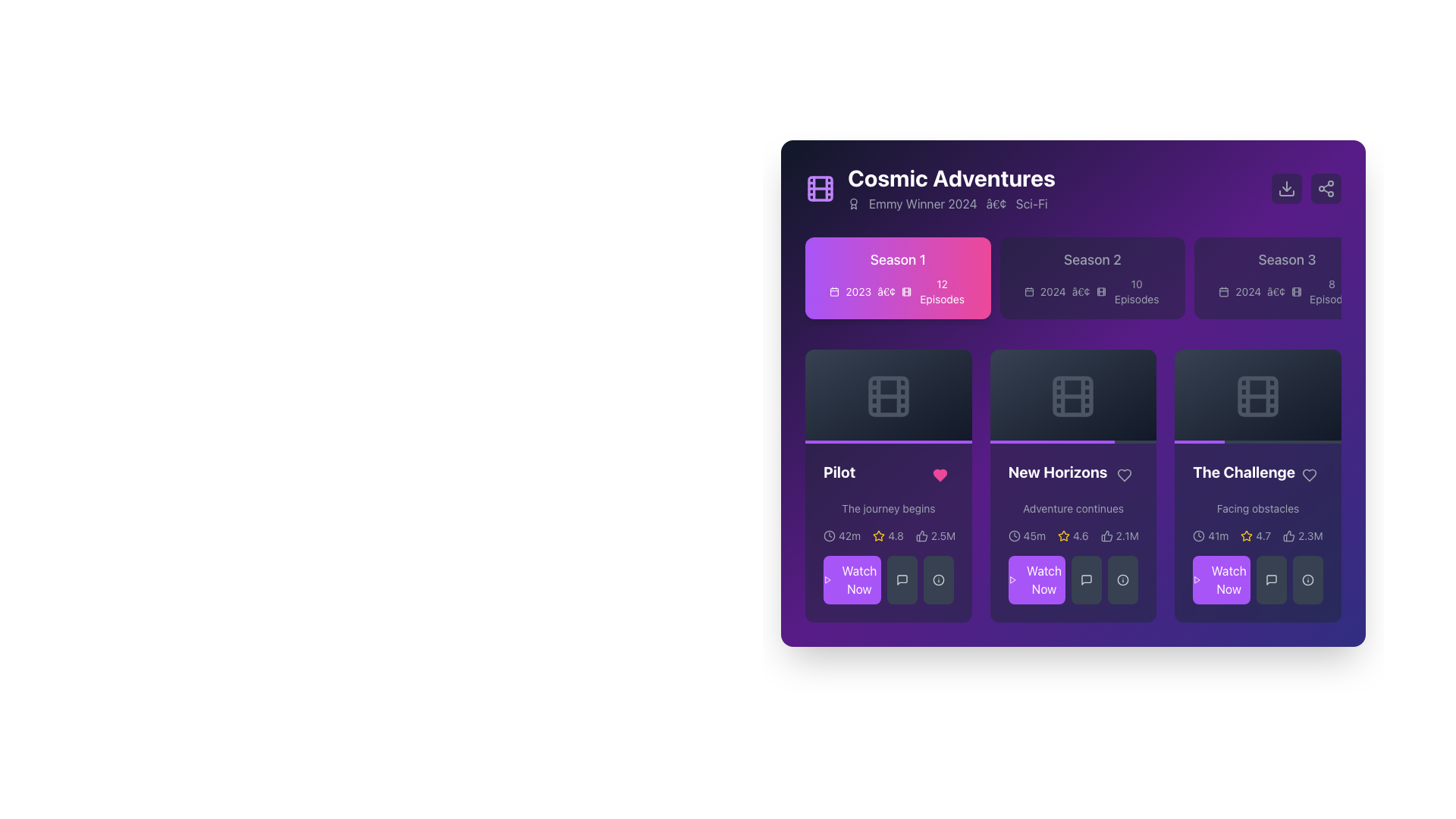 The width and height of the screenshot is (1456, 819). I want to click on the icons in the Informative display group of the card labeled 'The Challenge', so click(1258, 535).